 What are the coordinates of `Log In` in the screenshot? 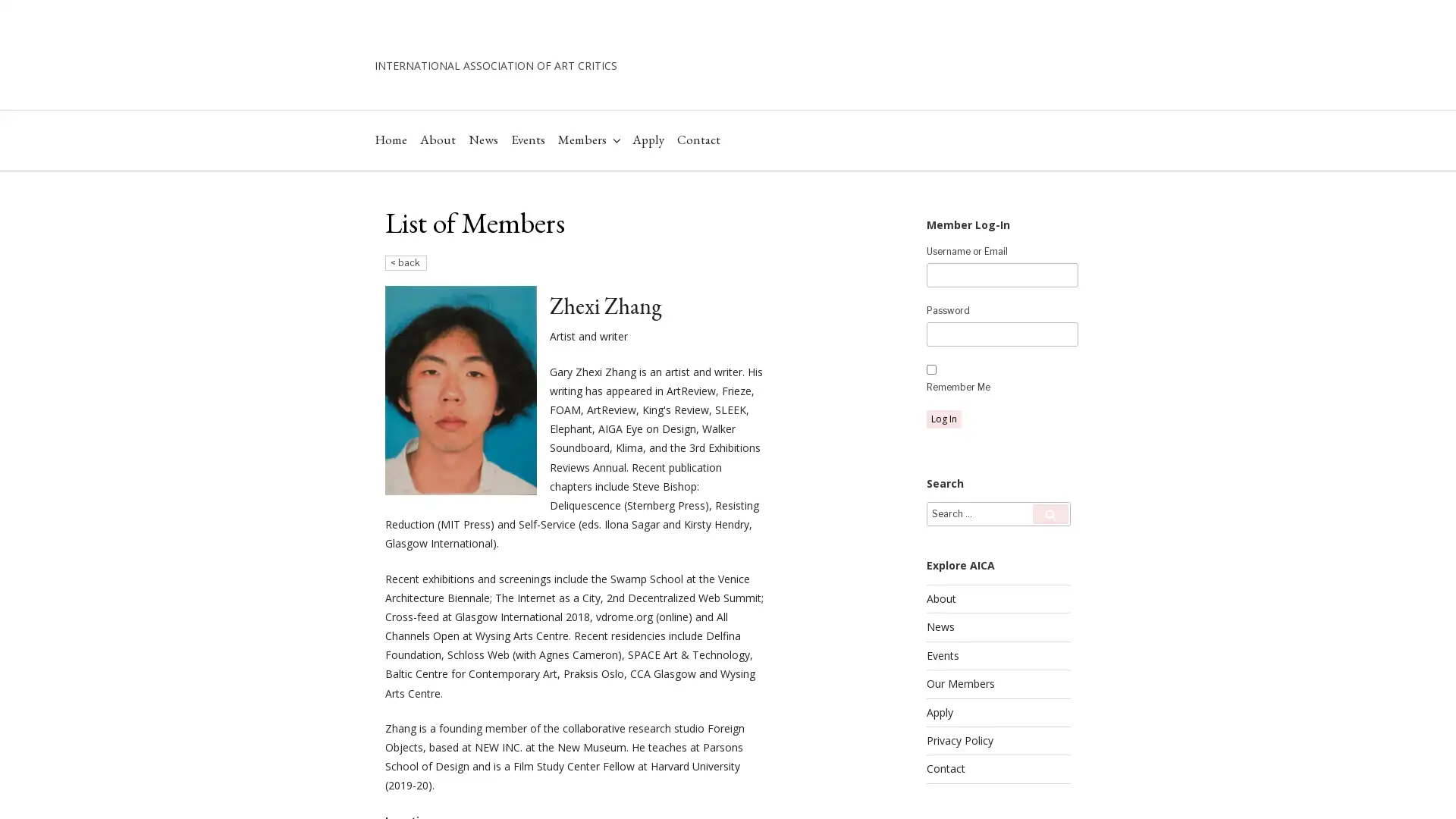 It's located at (943, 465).